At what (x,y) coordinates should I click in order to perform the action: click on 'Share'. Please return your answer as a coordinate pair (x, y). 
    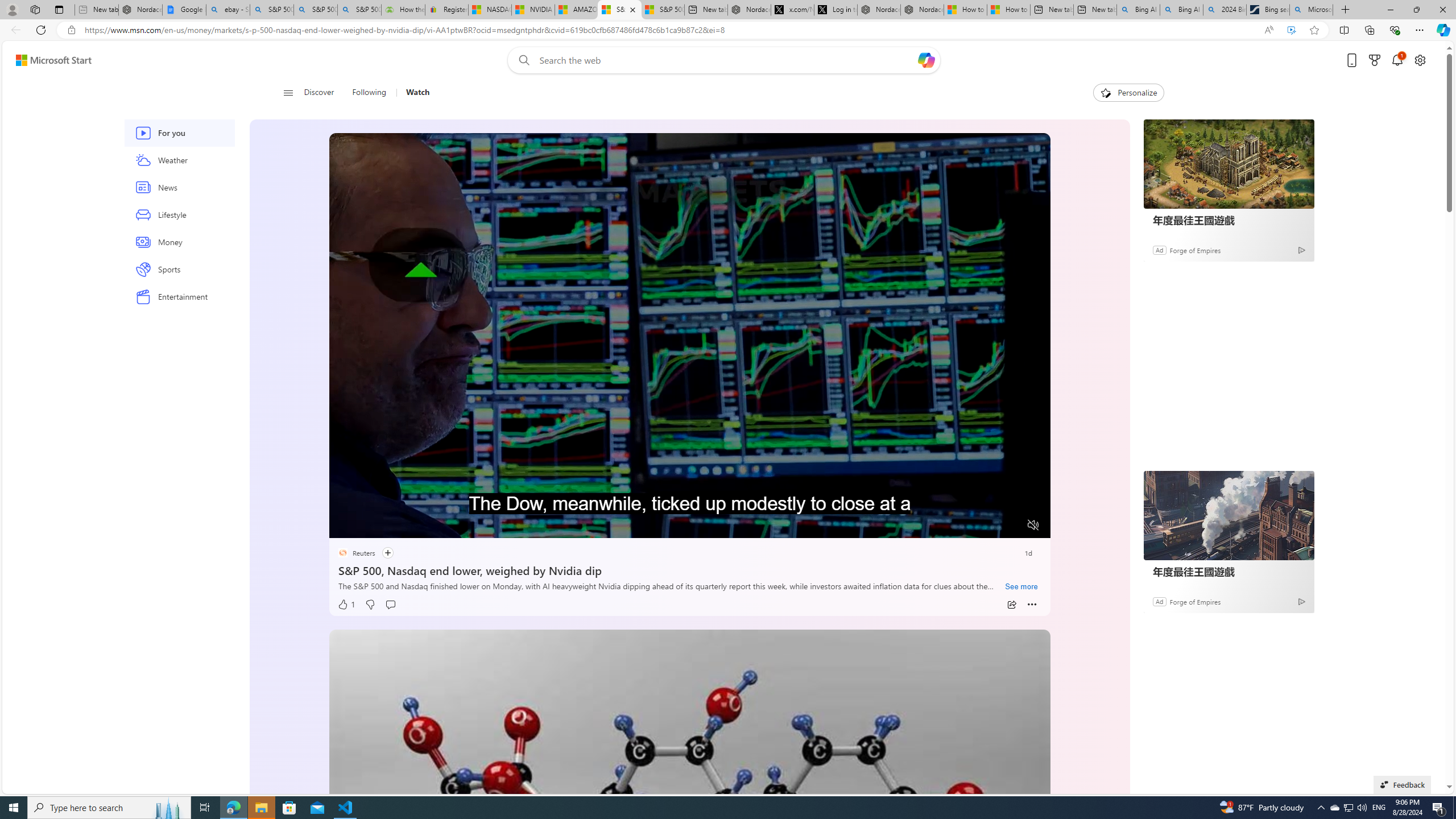
    Looking at the image, I should click on (1011, 604).